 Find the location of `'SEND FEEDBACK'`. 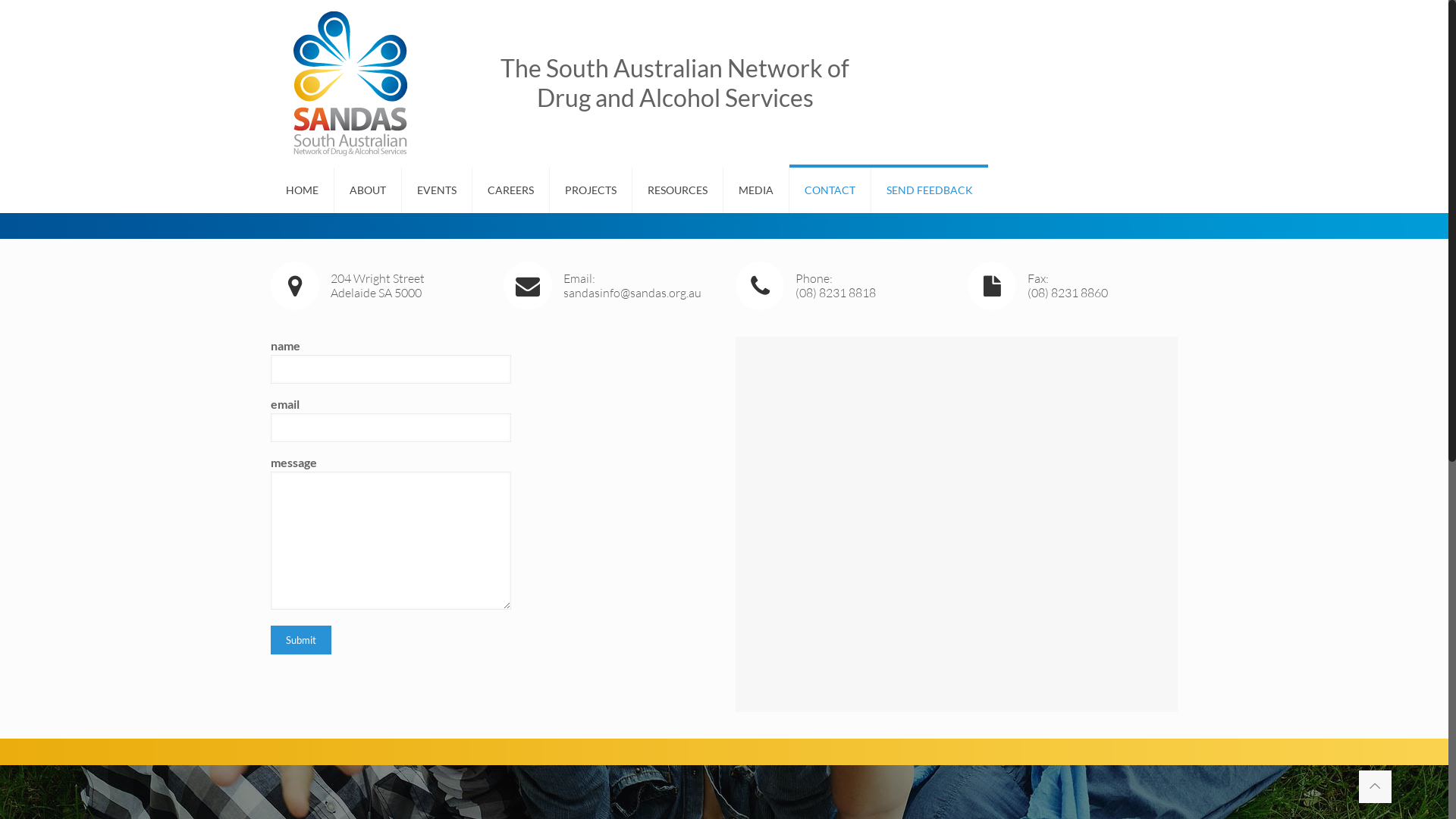

'SEND FEEDBACK' is located at coordinates (928, 189).